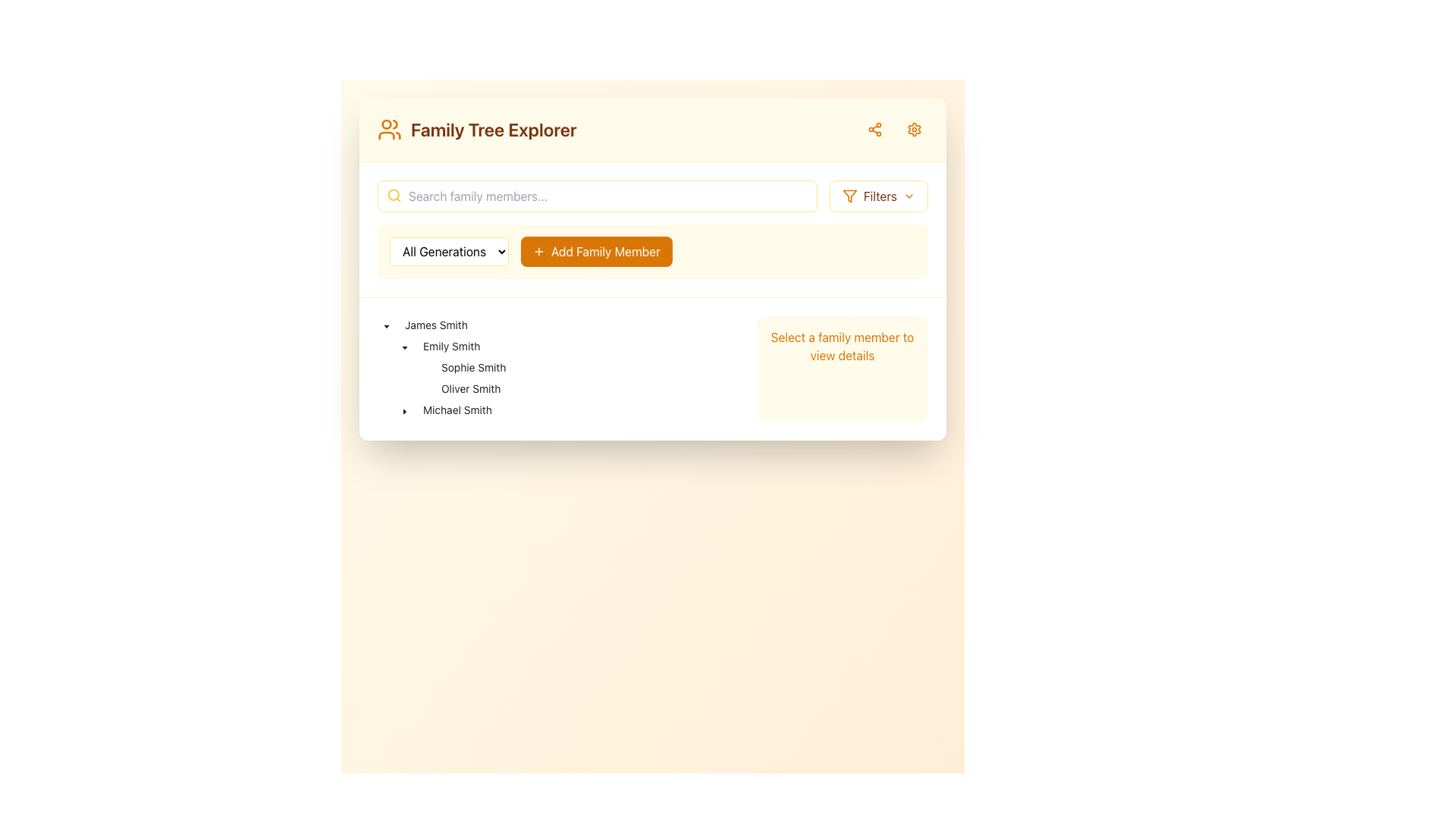  Describe the element at coordinates (457, 409) in the screenshot. I see `the text node displaying 'Michael Smith' in the family tree interface` at that location.